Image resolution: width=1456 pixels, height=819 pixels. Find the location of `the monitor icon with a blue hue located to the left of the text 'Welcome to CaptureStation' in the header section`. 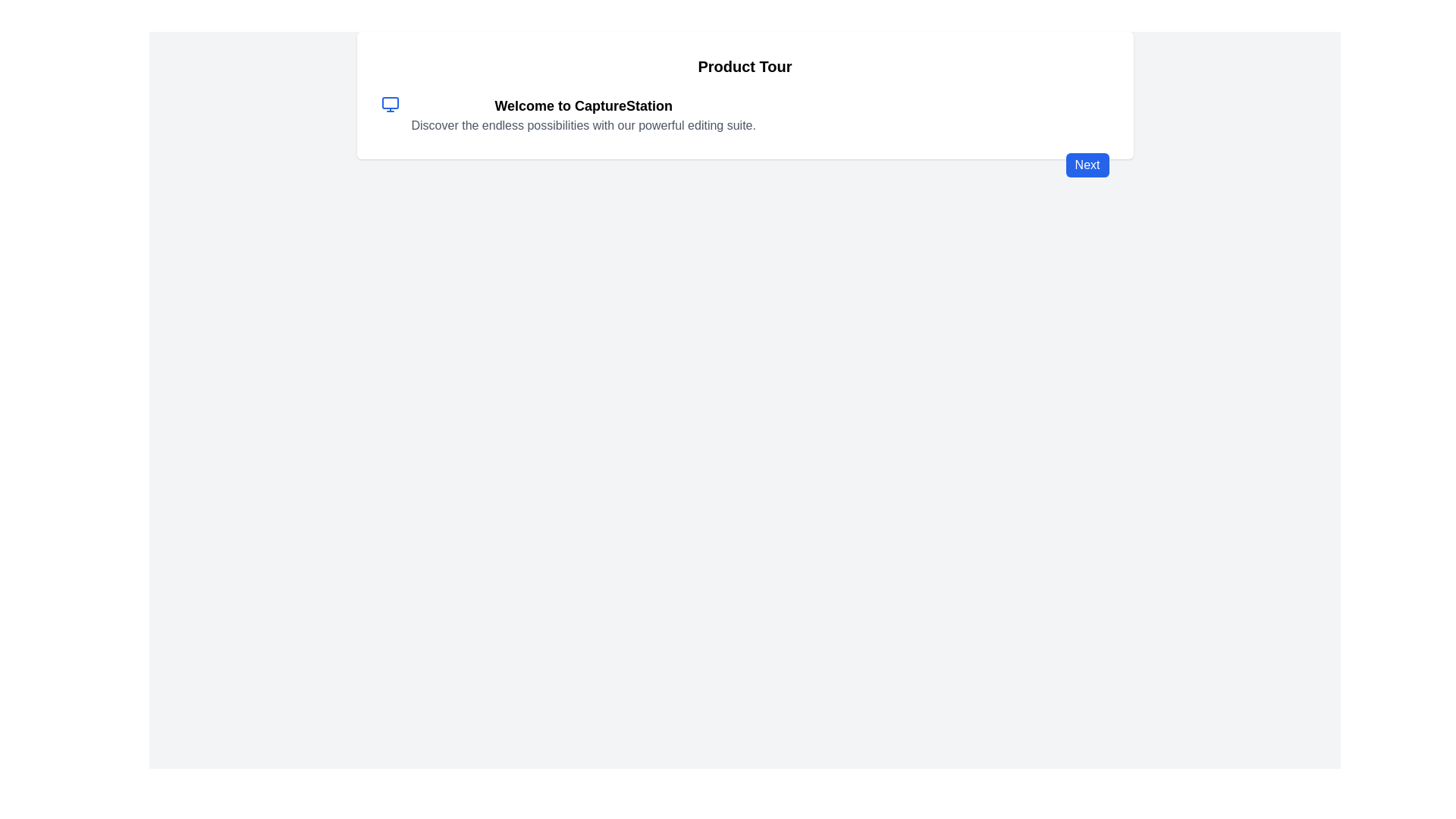

the monitor icon with a blue hue located to the left of the text 'Welcome to CaptureStation' in the header section is located at coordinates (390, 104).